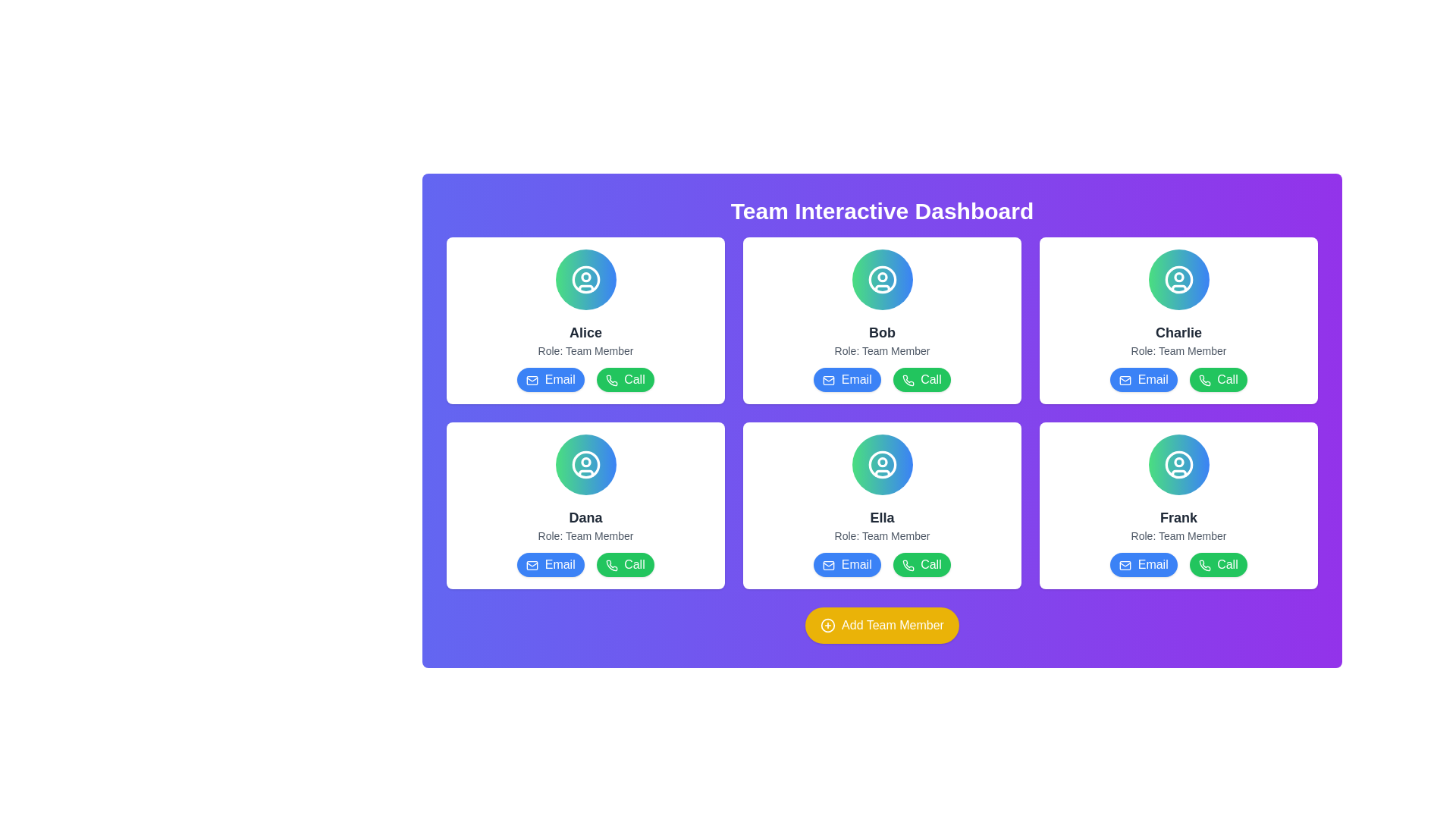  What do you see at coordinates (1203, 379) in the screenshot?
I see `the green circular 'Call' button for user Charlie, which contains a telephone symbol` at bounding box center [1203, 379].